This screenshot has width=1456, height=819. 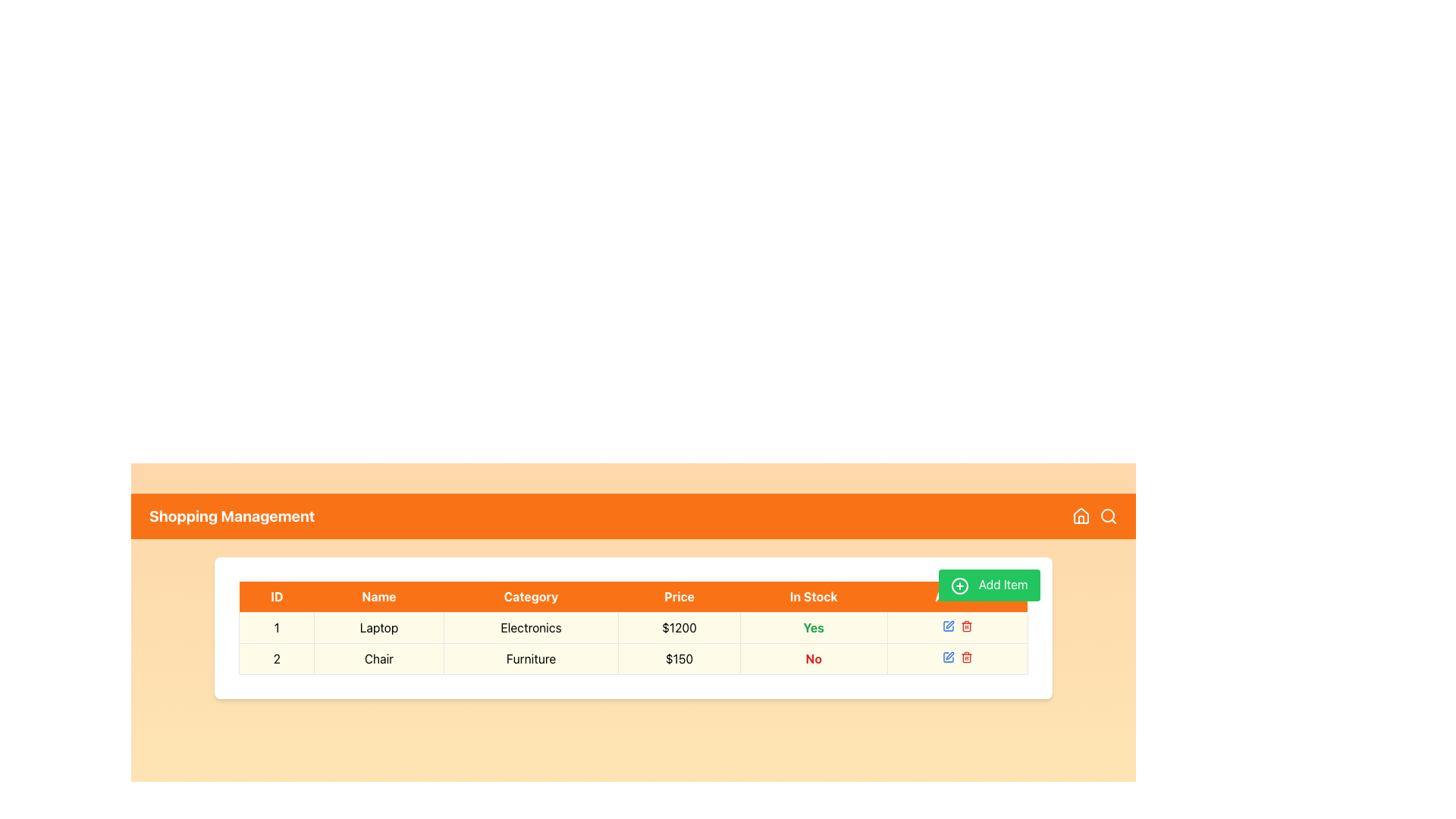 I want to click on the trash icon located in the center of the icon group to the right of the second row in the table, so click(x=965, y=627).